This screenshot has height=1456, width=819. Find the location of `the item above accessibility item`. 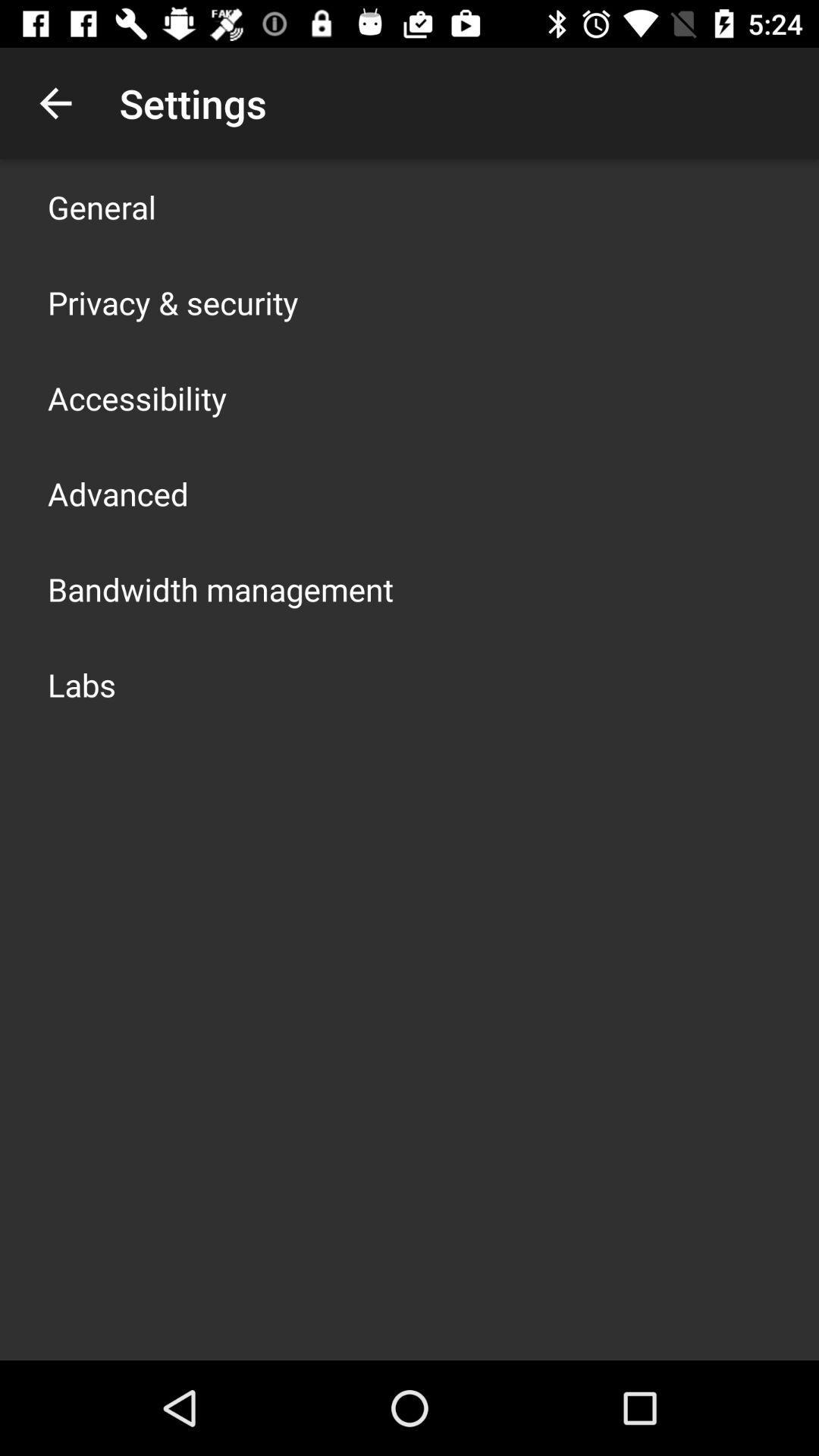

the item above accessibility item is located at coordinates (172, 302).